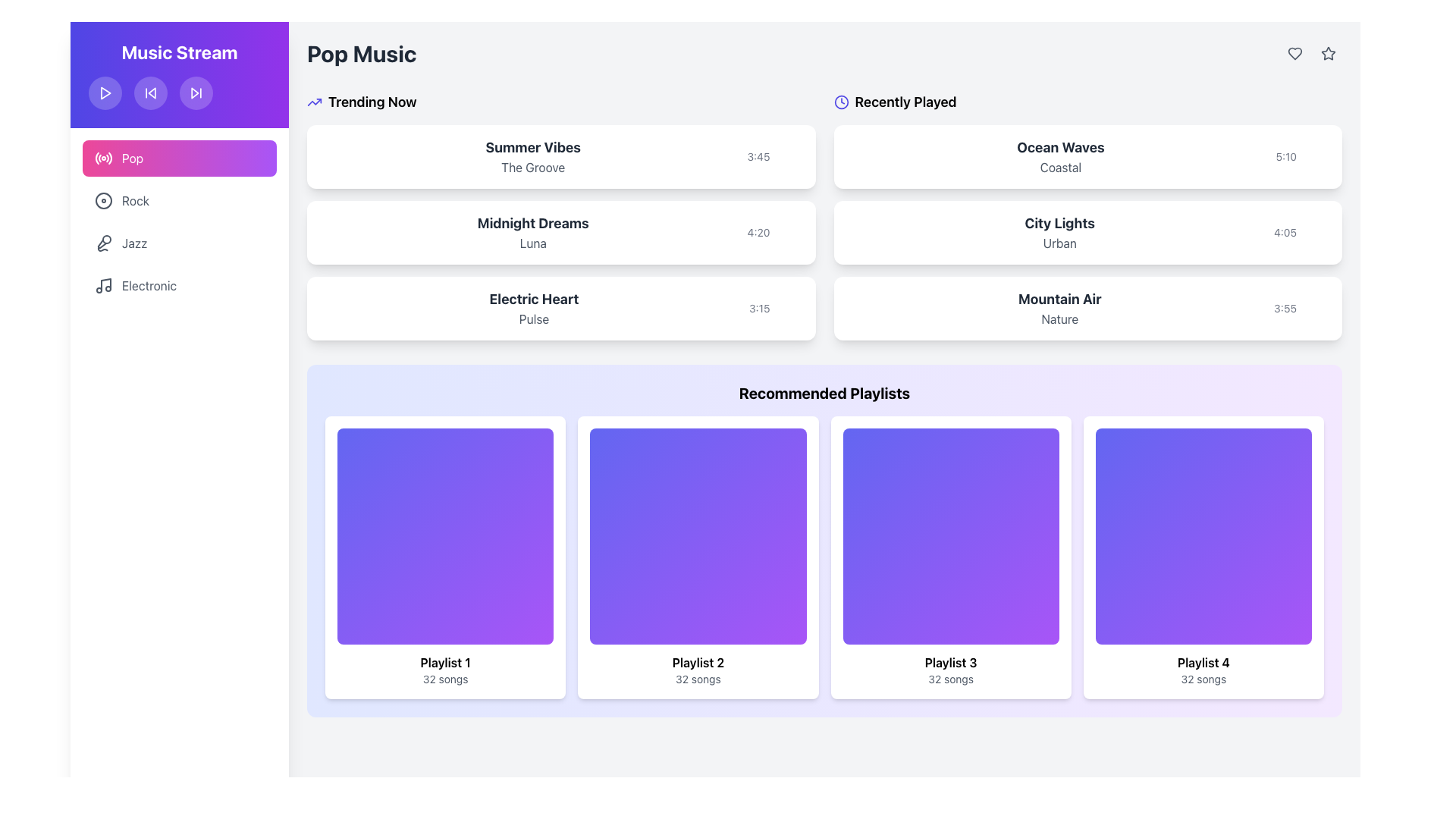 This screenshot has height=819, width=1456. What do you see at coordinates (697, 662) in the screenshot?
I see `the static text label displaying 'Playlist 2', which is located below the gradient-styled square image in the 'Recommended Playlists' section` at bounding box center [697, 662].